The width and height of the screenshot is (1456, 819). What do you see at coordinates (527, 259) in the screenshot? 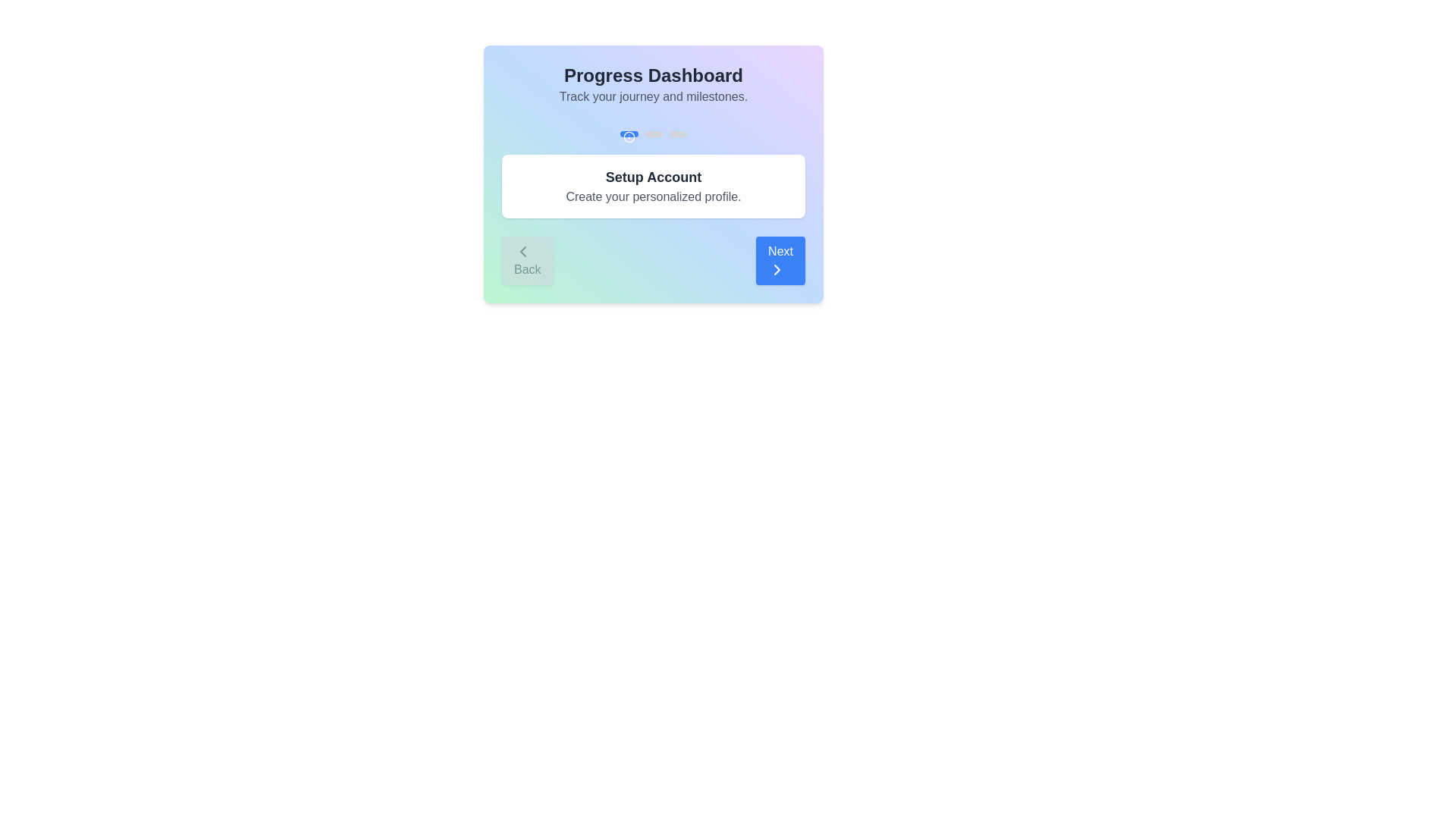
I see `the 'Back' button to navigate to the previous step` at bounding box center [527, 259].